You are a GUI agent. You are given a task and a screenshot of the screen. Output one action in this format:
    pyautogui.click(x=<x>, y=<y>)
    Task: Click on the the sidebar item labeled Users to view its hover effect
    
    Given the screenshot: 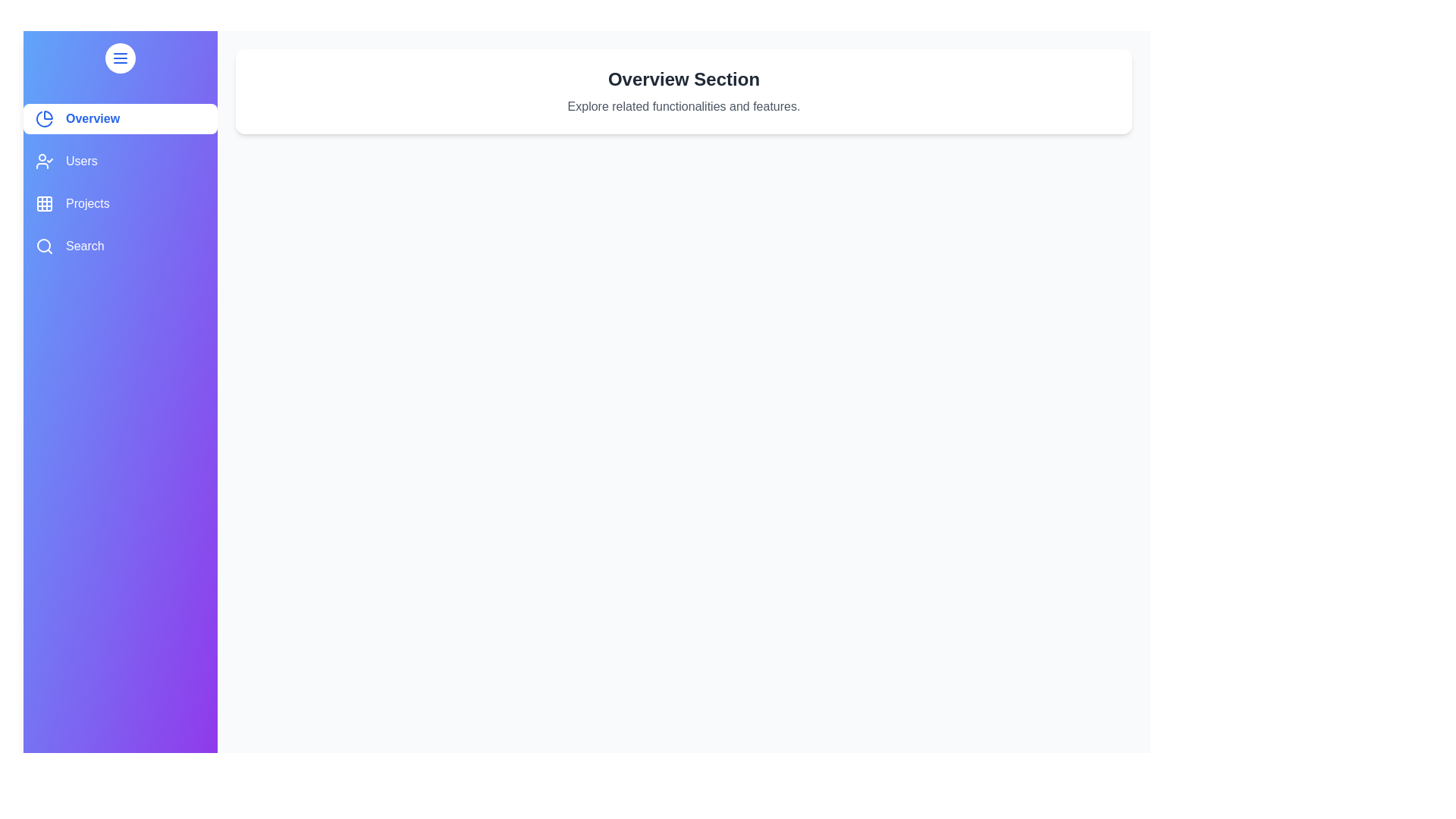 What is the action you would take?
    pyautogui.click(x=119, y=161)
    